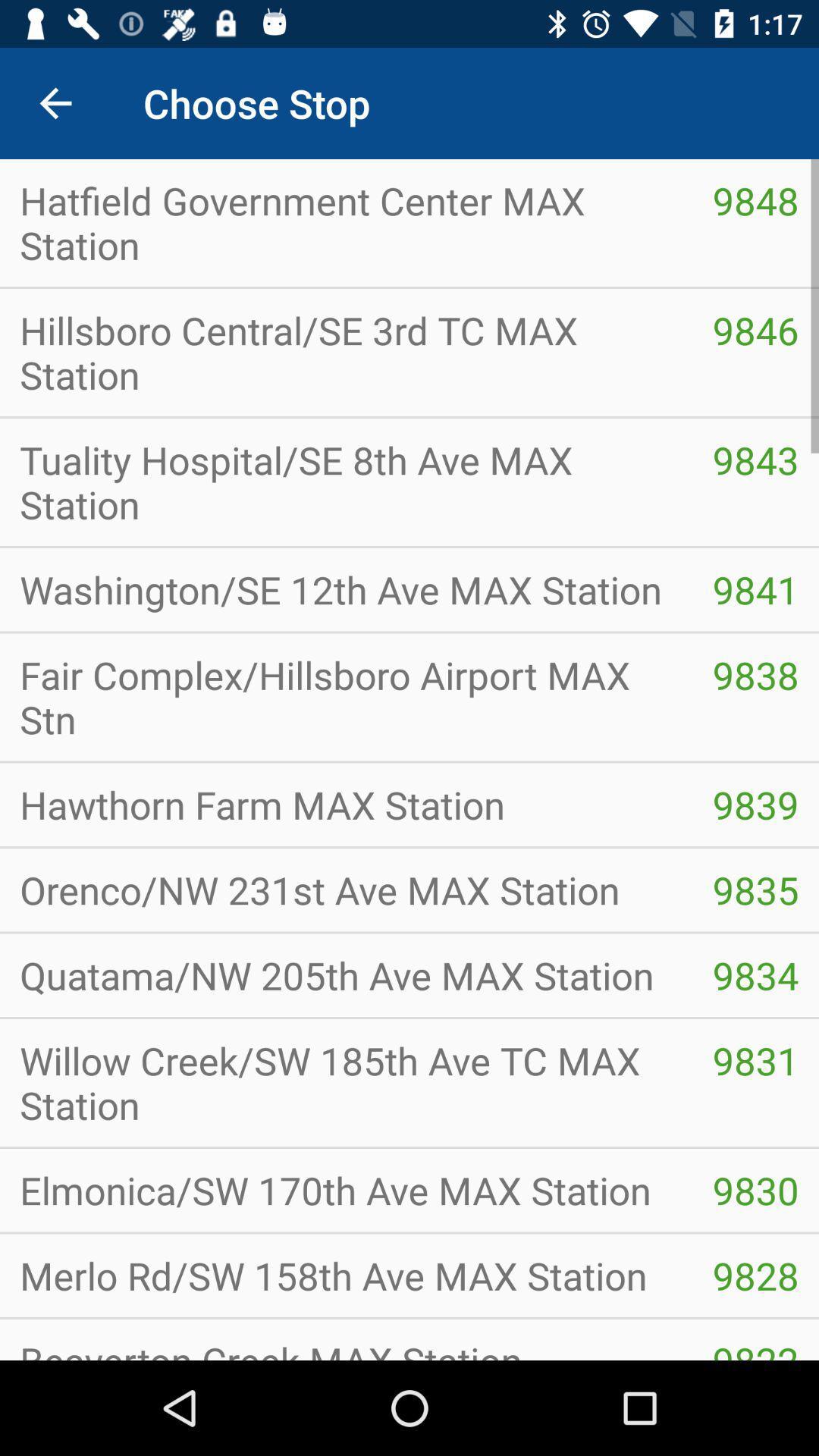 Image resolution: width=819 pixels, height=1456 pixels. Describe the element at coordinates (755, 1059) in the screenshot. I see `the icon above elmonica sw 170th` at that location.